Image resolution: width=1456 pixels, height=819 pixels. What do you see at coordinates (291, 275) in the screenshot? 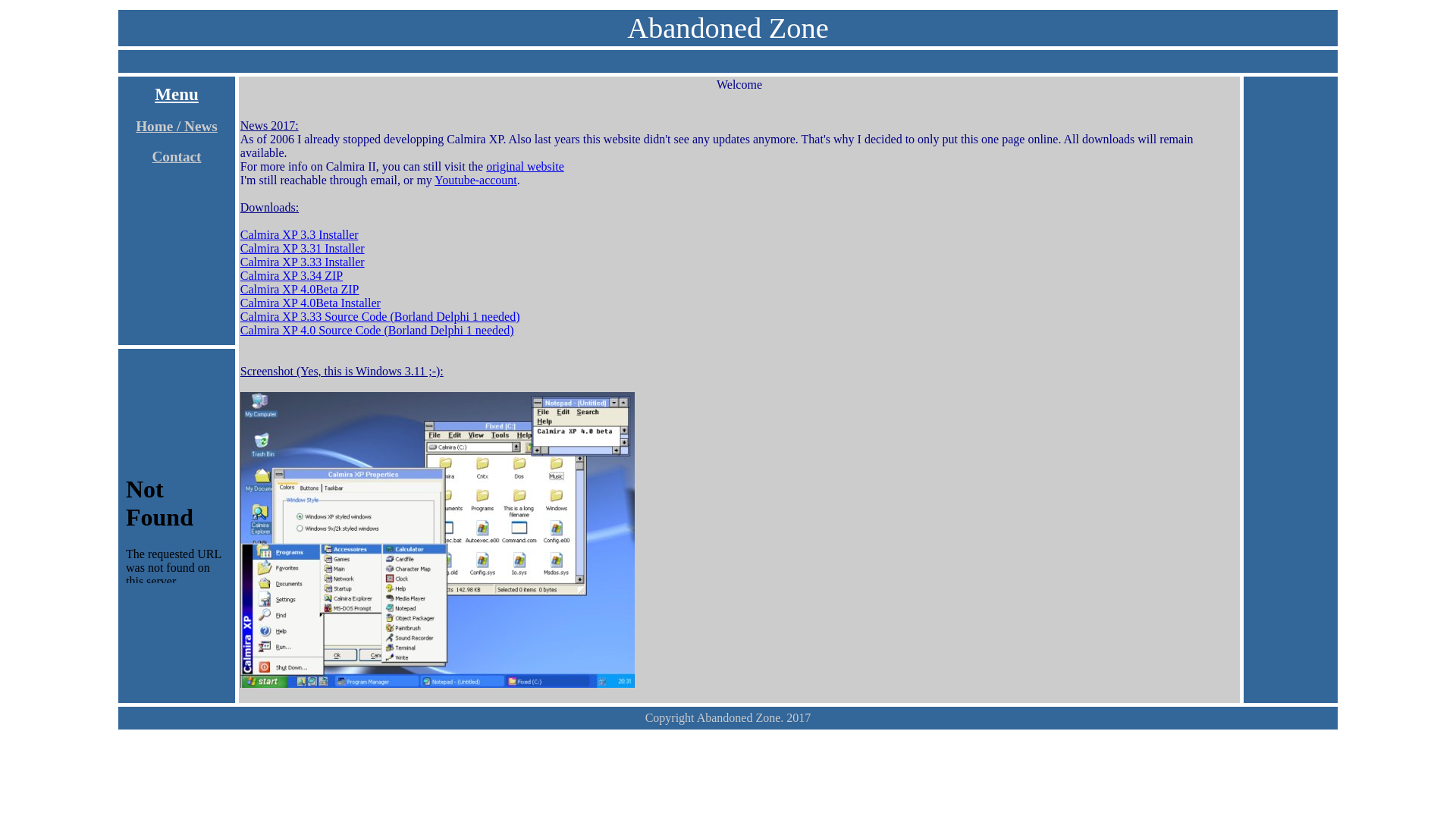
I see `'Calmira XP 3.34 ZIP'` at bounding box center [291, 275].